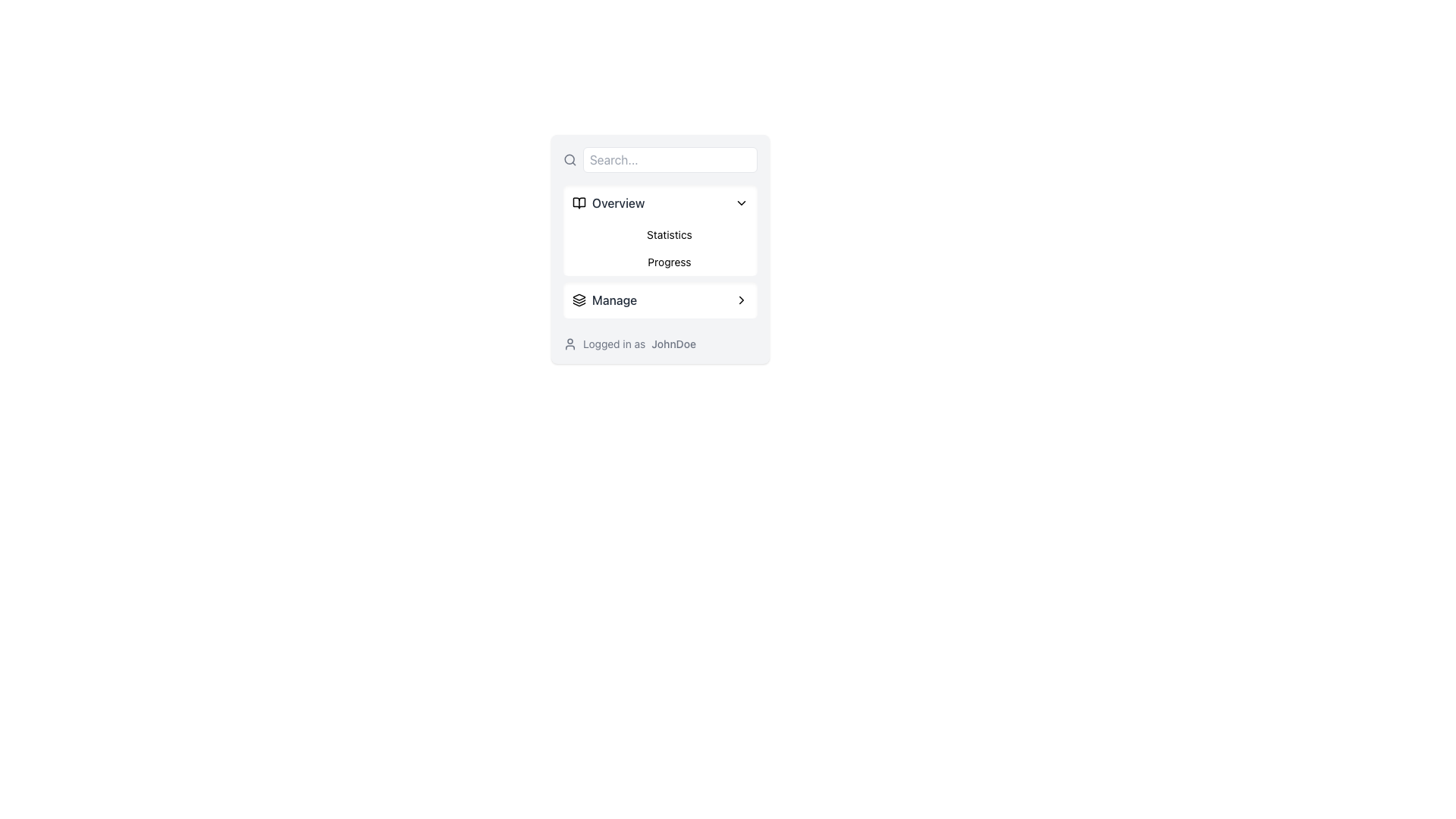 Image resolution: width=1456 pixels, height=819 pixels. Describe the element at coordinates (578, 301) in the screenshot. I see `the middle subpath of the SVG icon that visually represents layers, indicating stack or hierarchy` at that location.